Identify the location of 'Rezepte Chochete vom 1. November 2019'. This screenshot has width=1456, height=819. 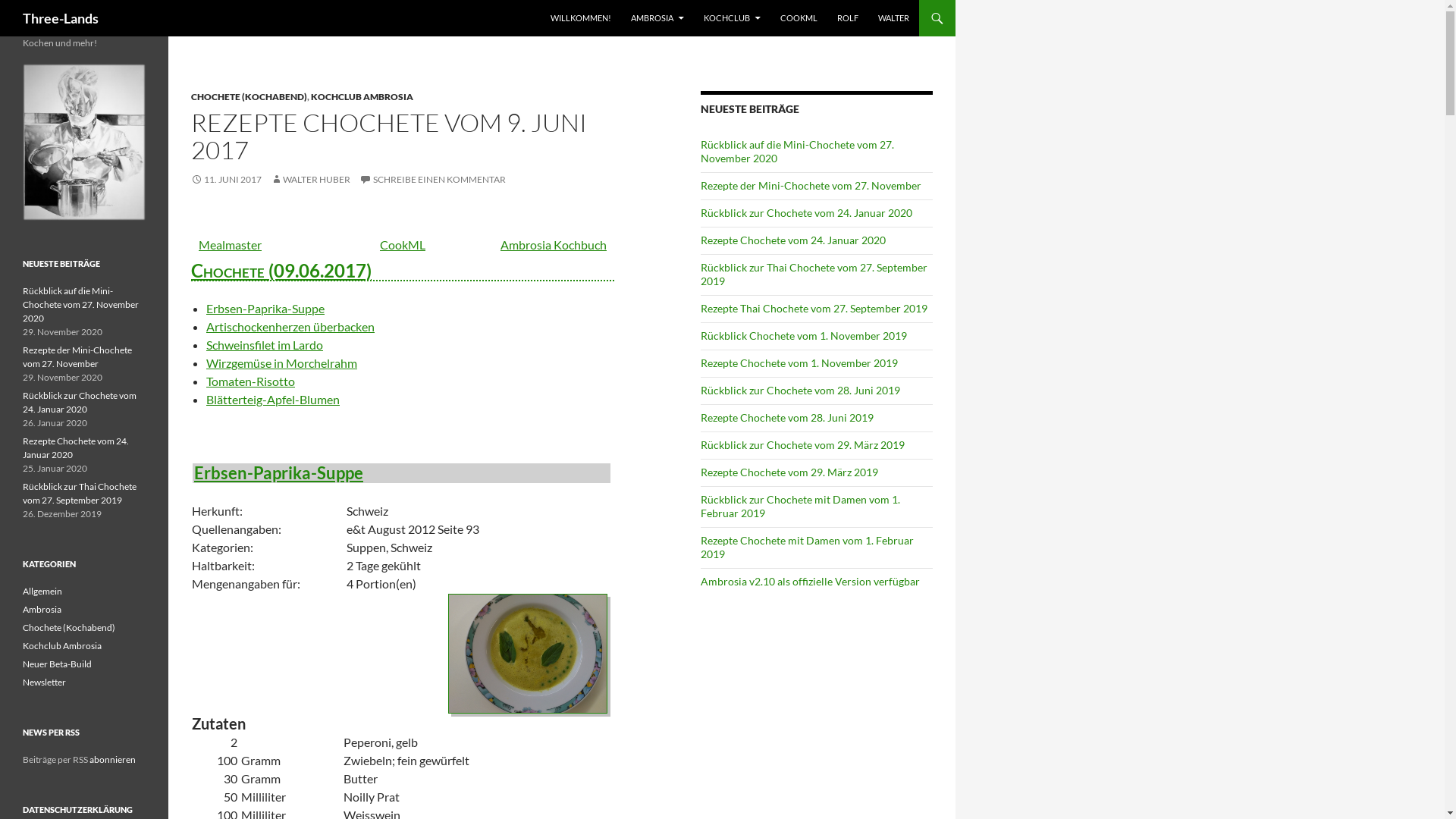
(799, 362).